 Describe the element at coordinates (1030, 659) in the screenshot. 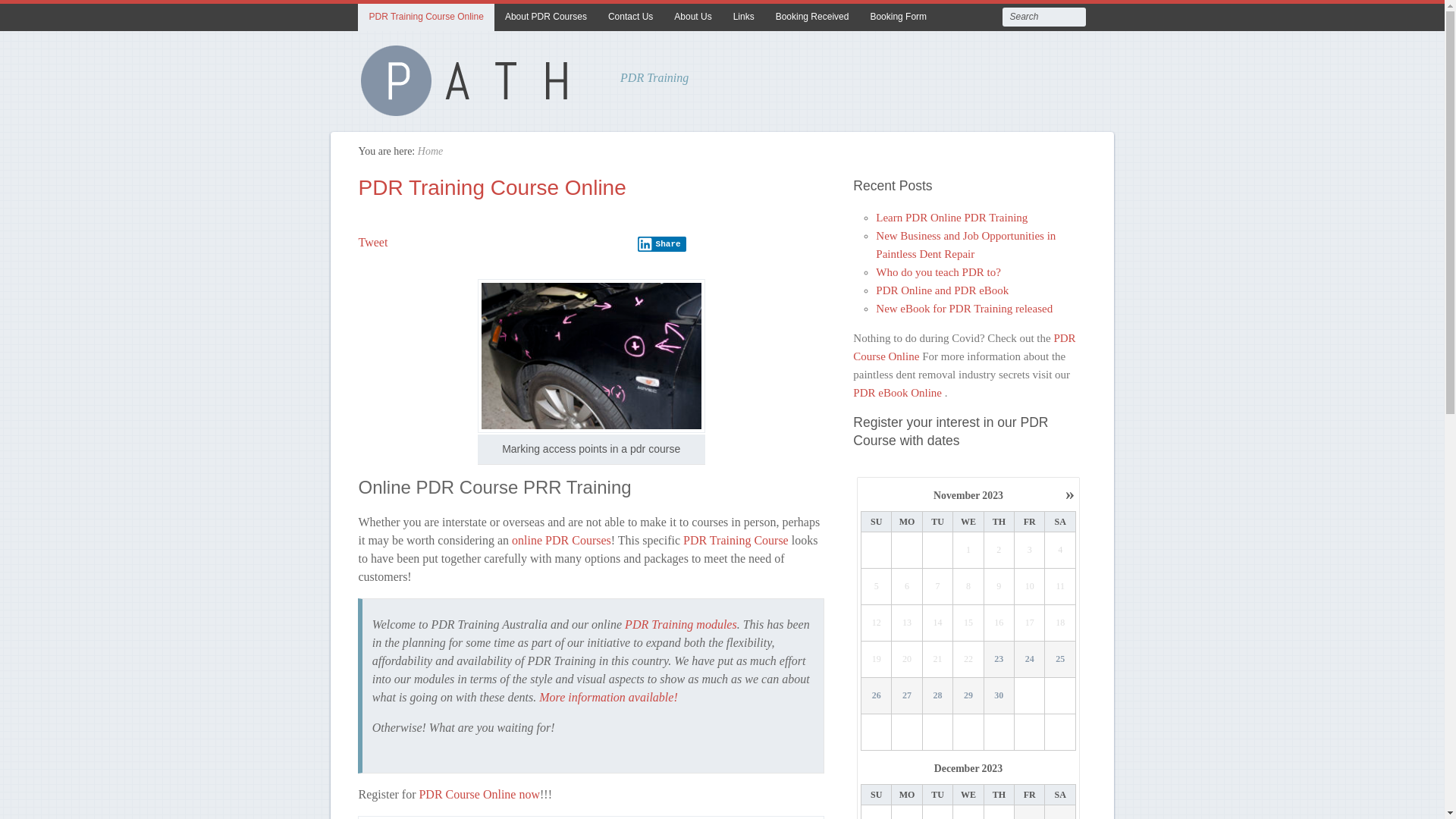

I see `'24'` at that location.